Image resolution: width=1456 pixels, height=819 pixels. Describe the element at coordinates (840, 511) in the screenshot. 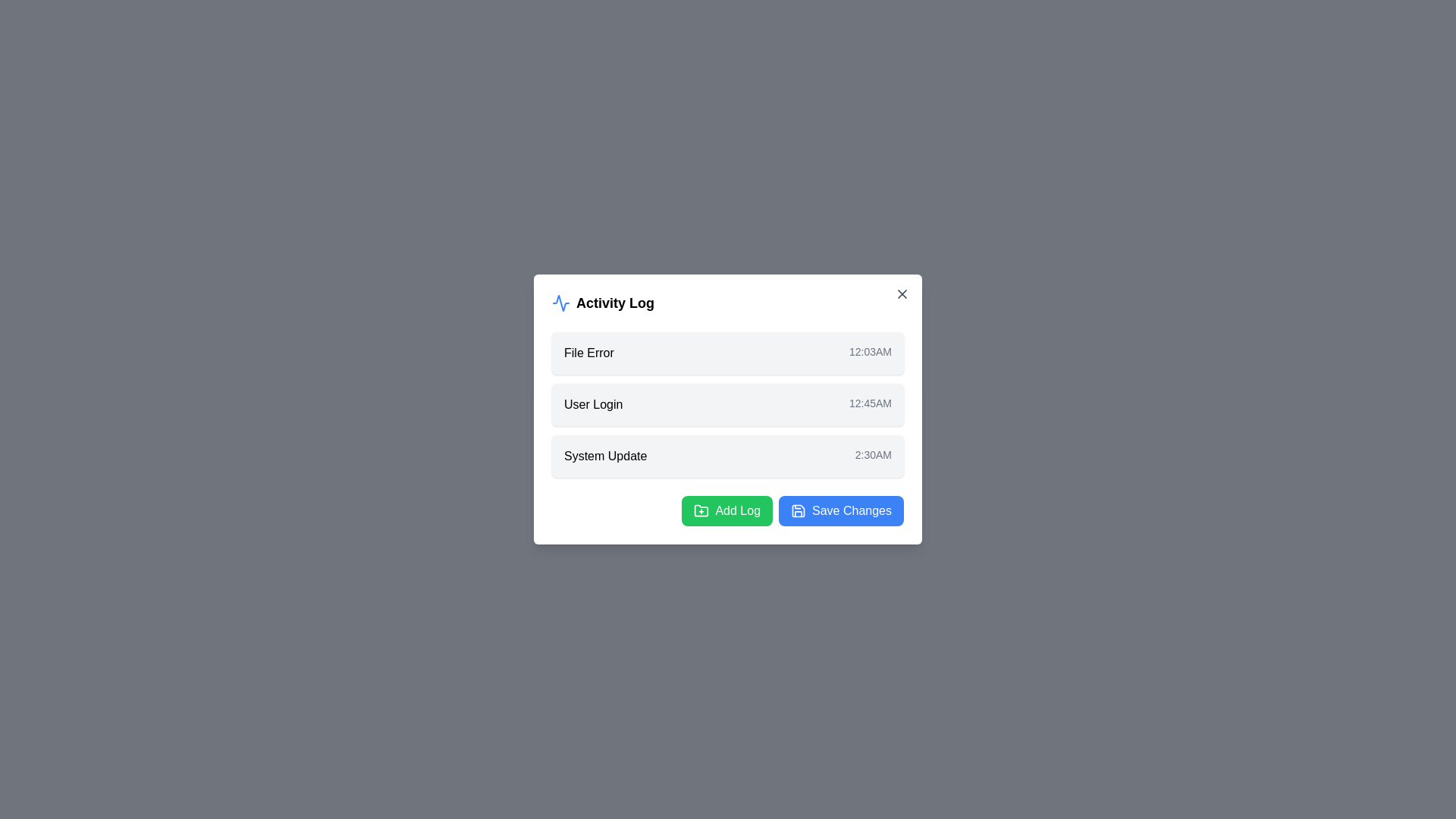

I see `'Save Changes' button` at that location.